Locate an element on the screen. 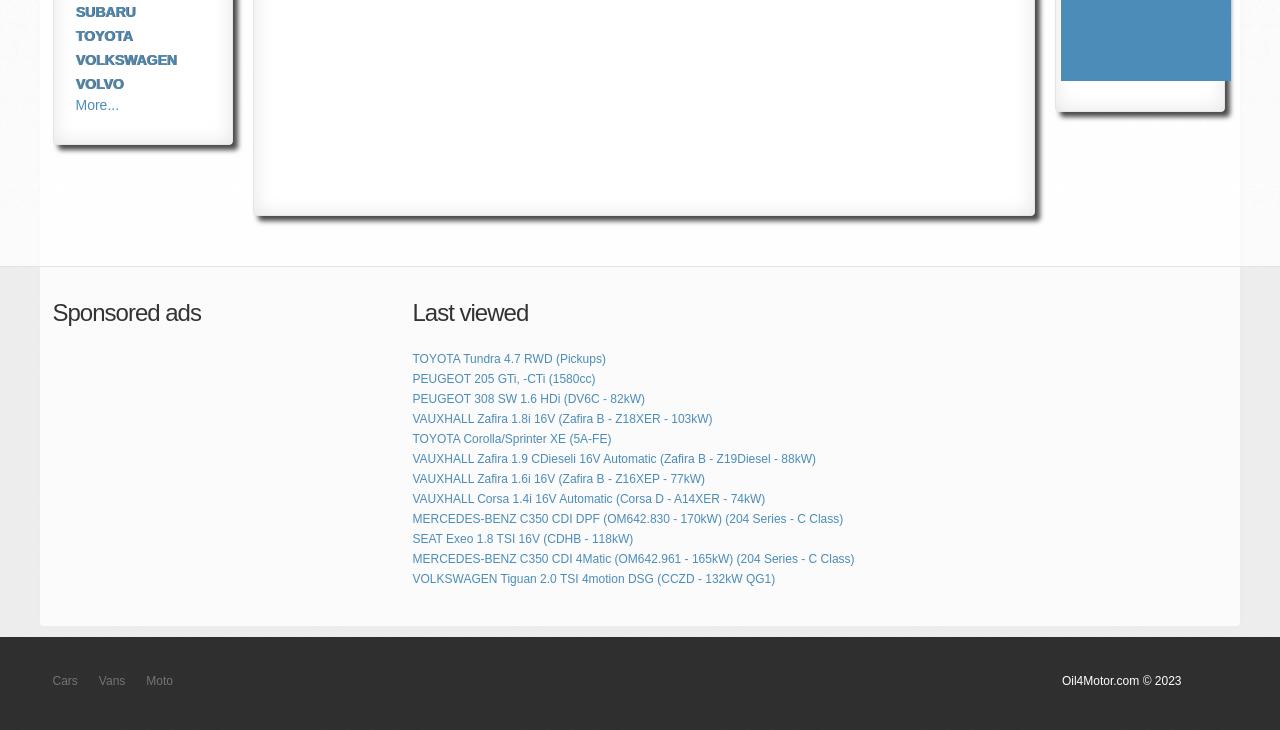 The width and height of the screenshot is (1280, 730). 'Cars' is located at coordinates (64, 681).